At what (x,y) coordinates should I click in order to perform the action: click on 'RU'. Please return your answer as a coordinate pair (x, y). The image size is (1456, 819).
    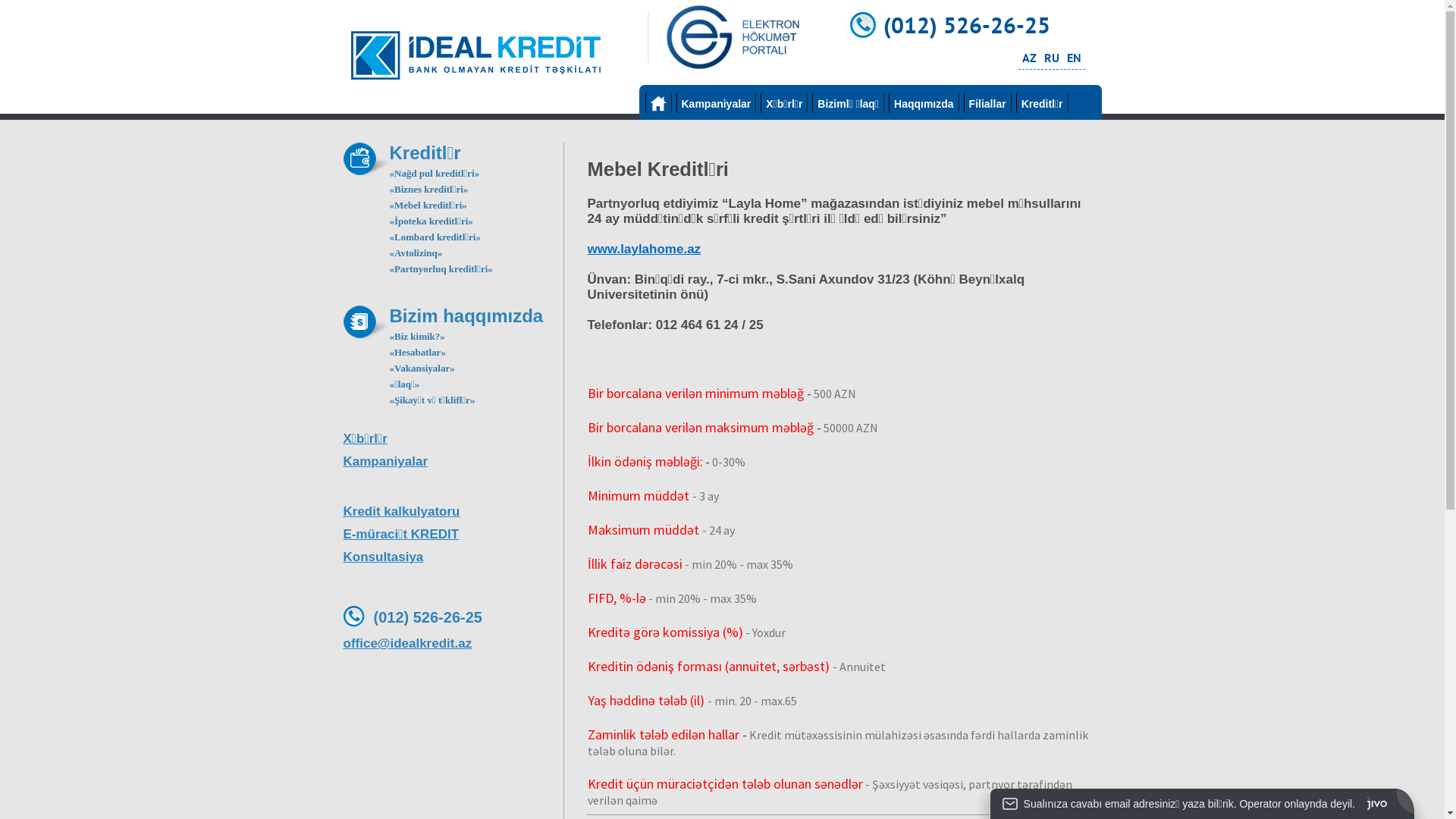
    Looking at the image, I should click on (1050, 57).